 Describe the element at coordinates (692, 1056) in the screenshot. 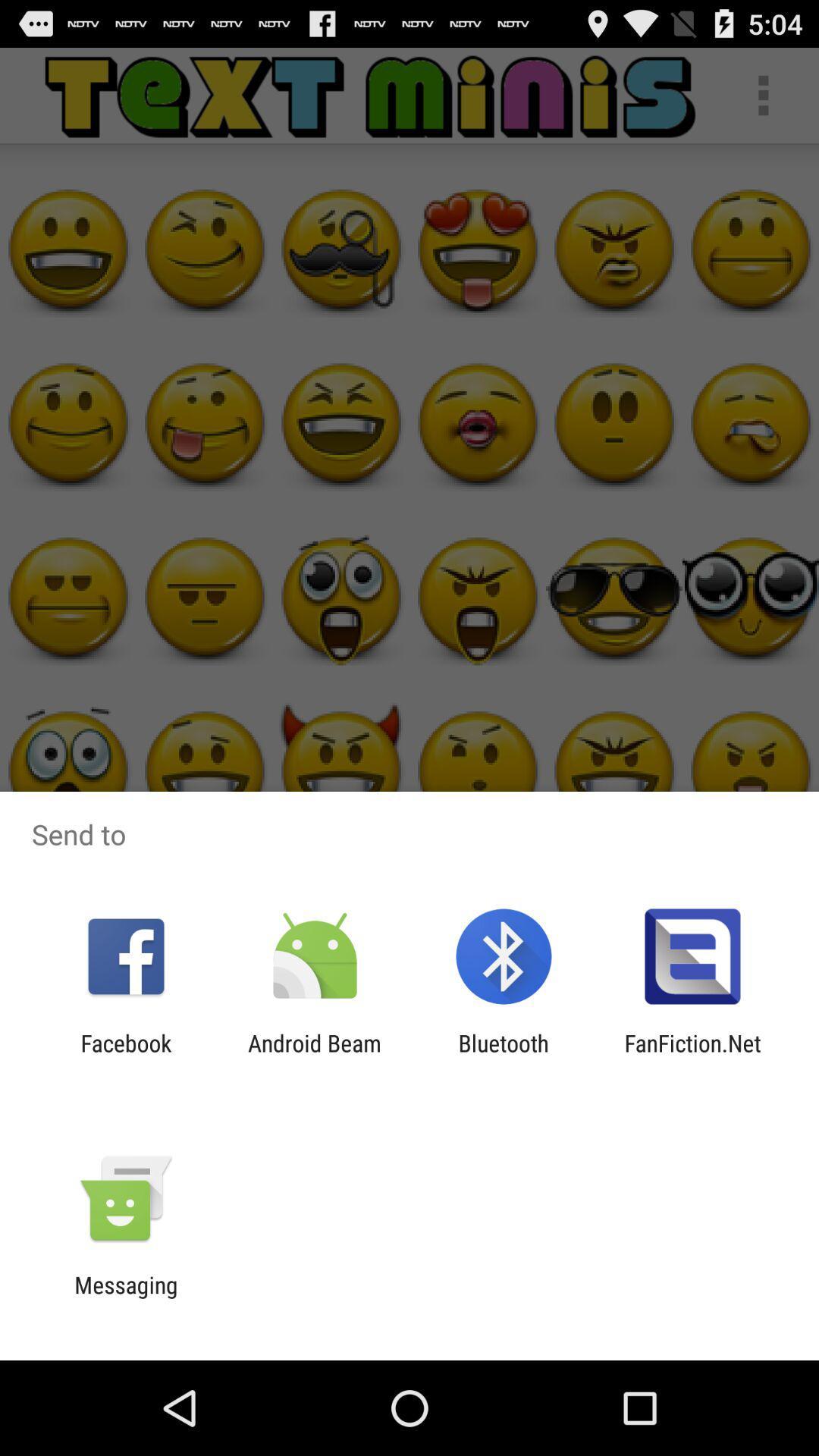

I see `app to the right of the bluetooth icon` at that location.